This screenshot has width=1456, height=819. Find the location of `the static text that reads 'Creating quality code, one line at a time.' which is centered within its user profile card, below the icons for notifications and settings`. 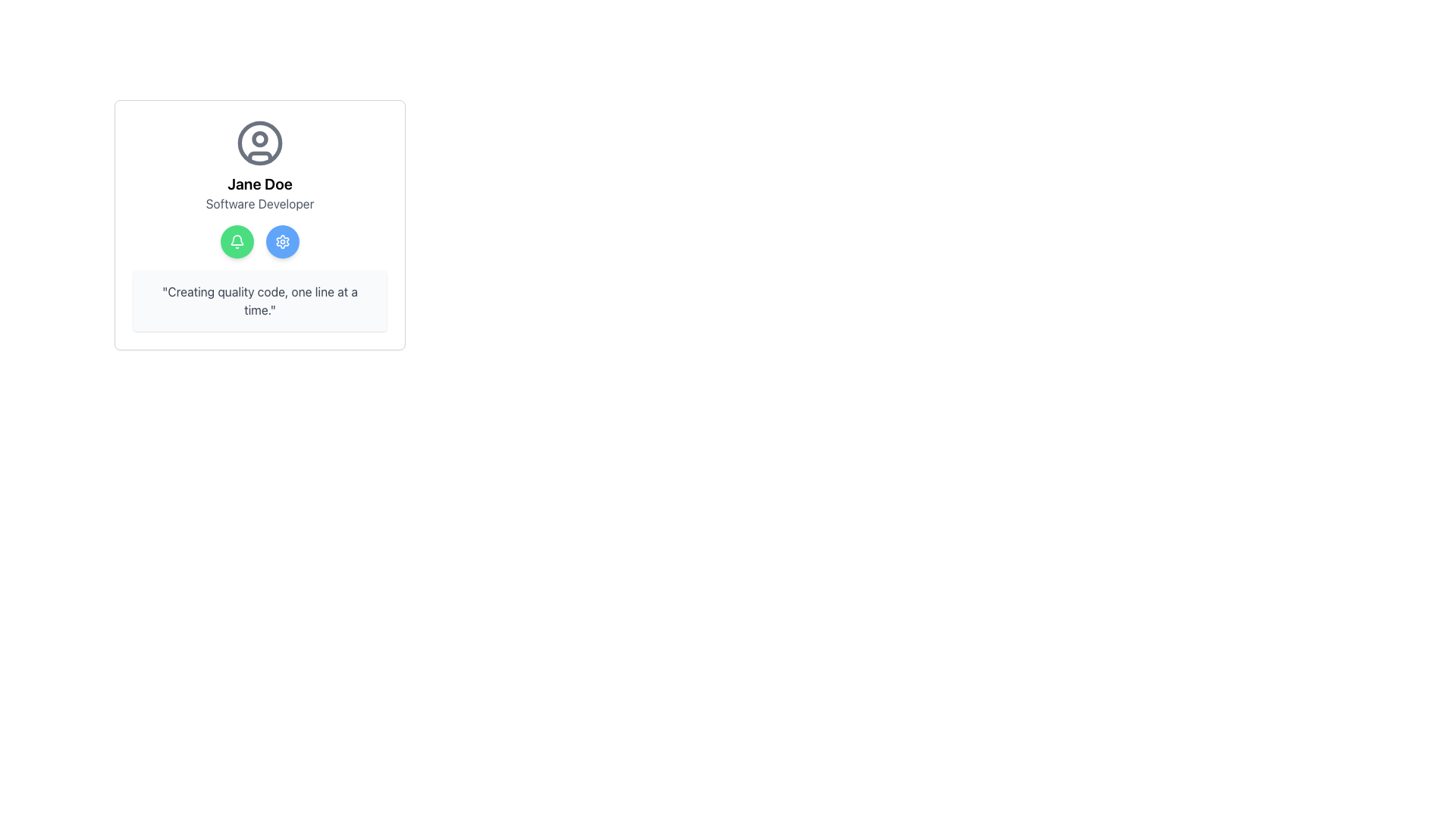

the static text that reads 'Creating quality code, one line at a time.' which is centered within its user profile card, below the icons for notifications and settings is located at coordinates (259, 301).